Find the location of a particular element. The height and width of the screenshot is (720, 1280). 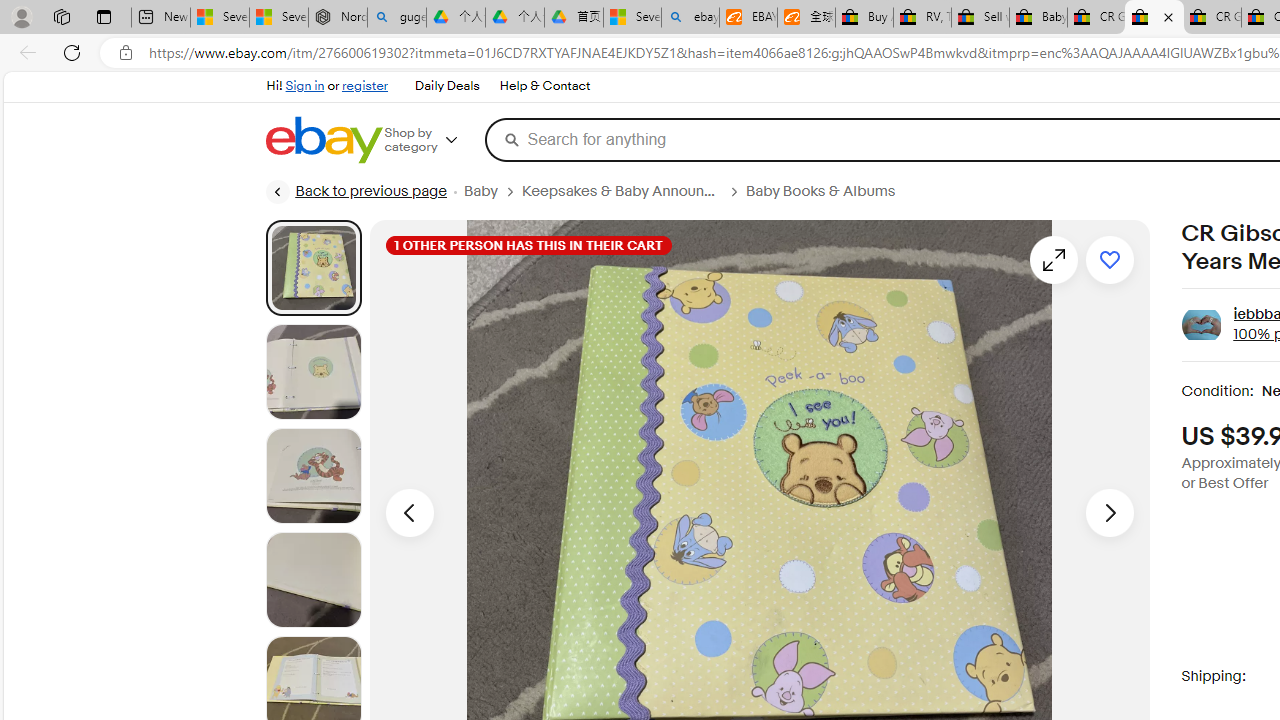

'Daily Deals' is located at coordinates (445, 85).